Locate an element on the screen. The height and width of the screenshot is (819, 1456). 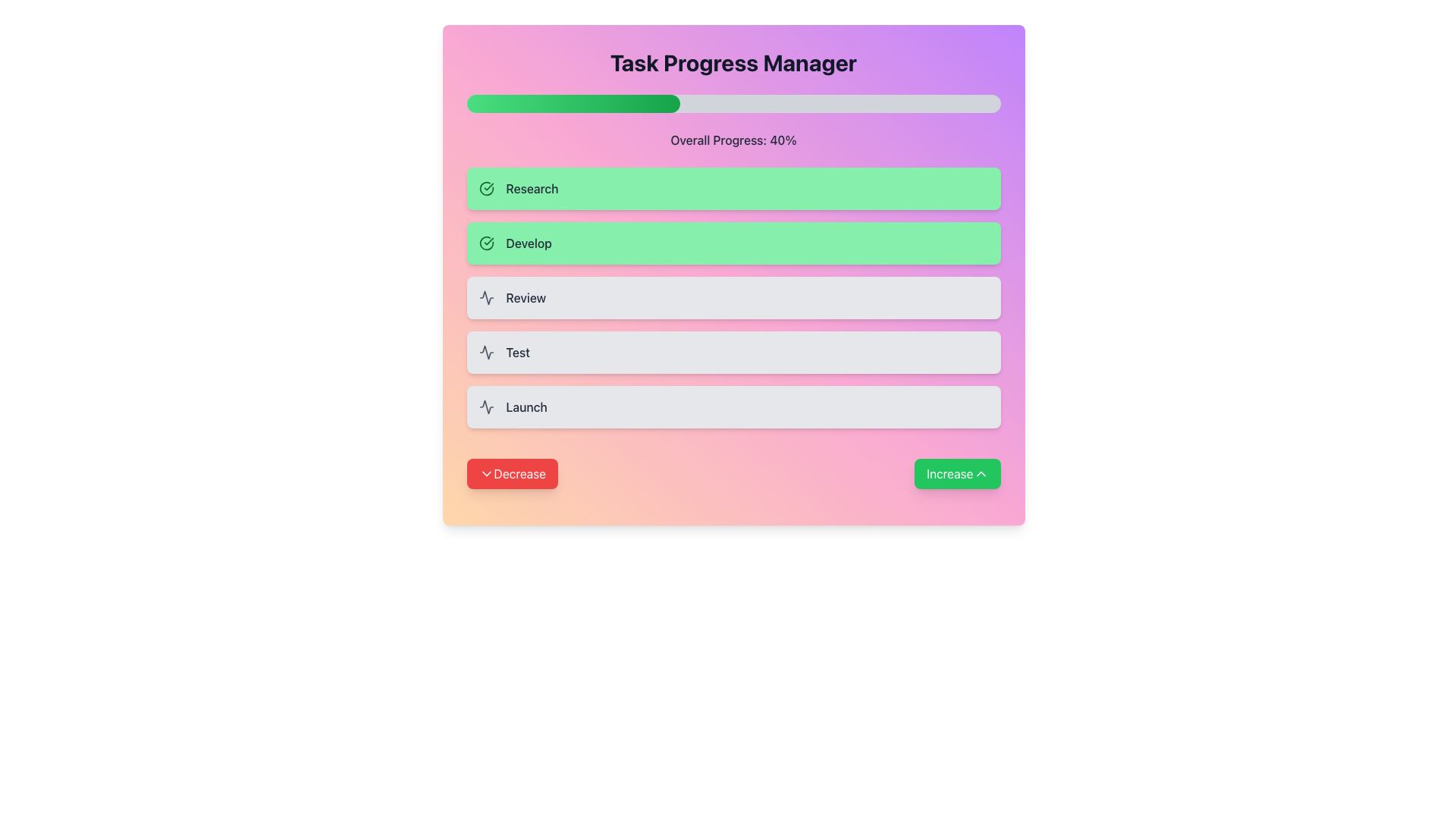
the labeled step item named 'Review', which is the third item in a vertical list between 'Develop' and 'Test' is located at coordinates (733, 298).